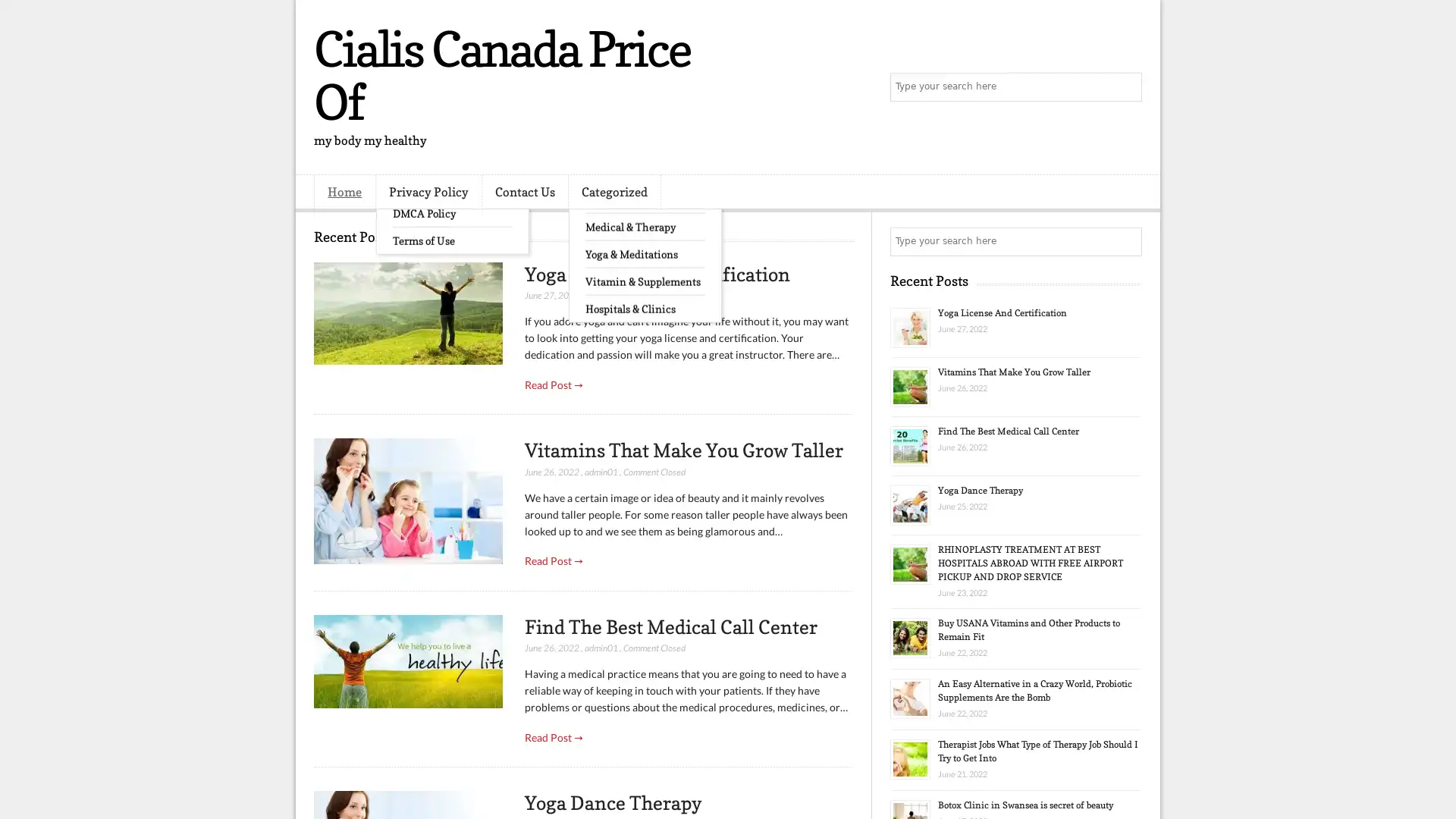 This screenshot has height=819, width=1456. Describe the element at coordinates (1126, 87) in the screenshot. I see `Search` at that location.